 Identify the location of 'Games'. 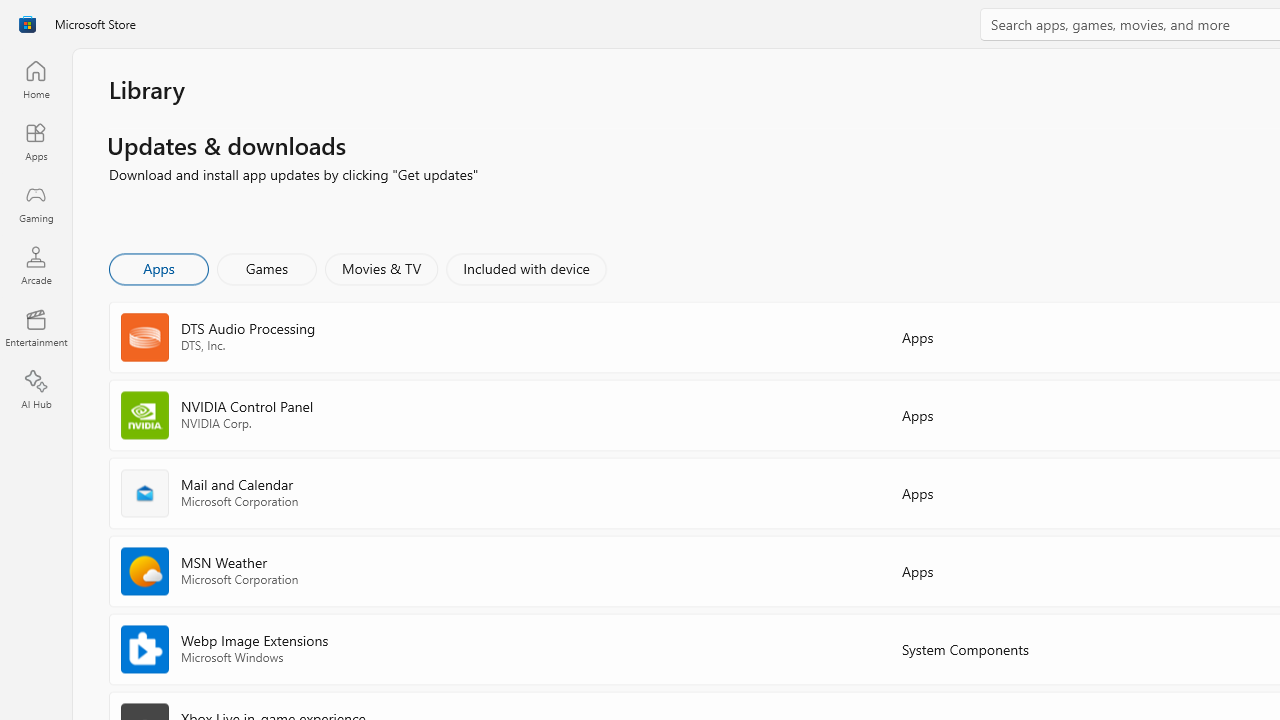
(266, 267).